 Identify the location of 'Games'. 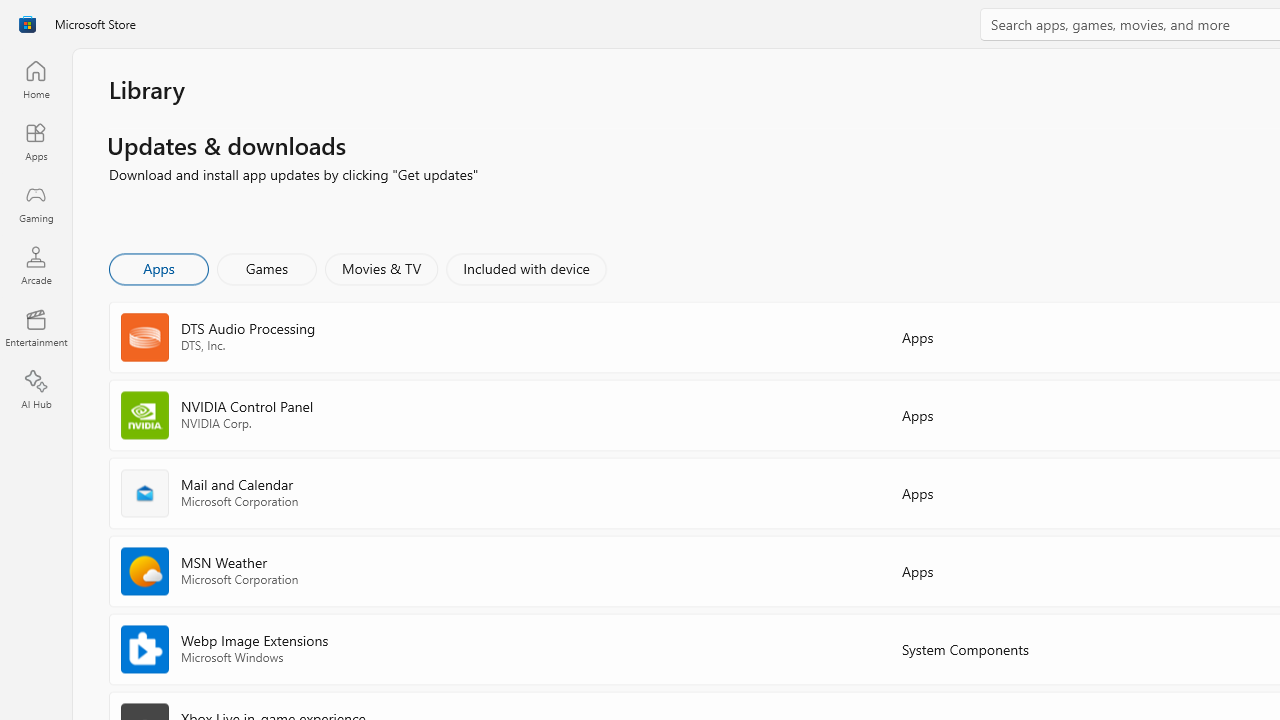
(266, 267).